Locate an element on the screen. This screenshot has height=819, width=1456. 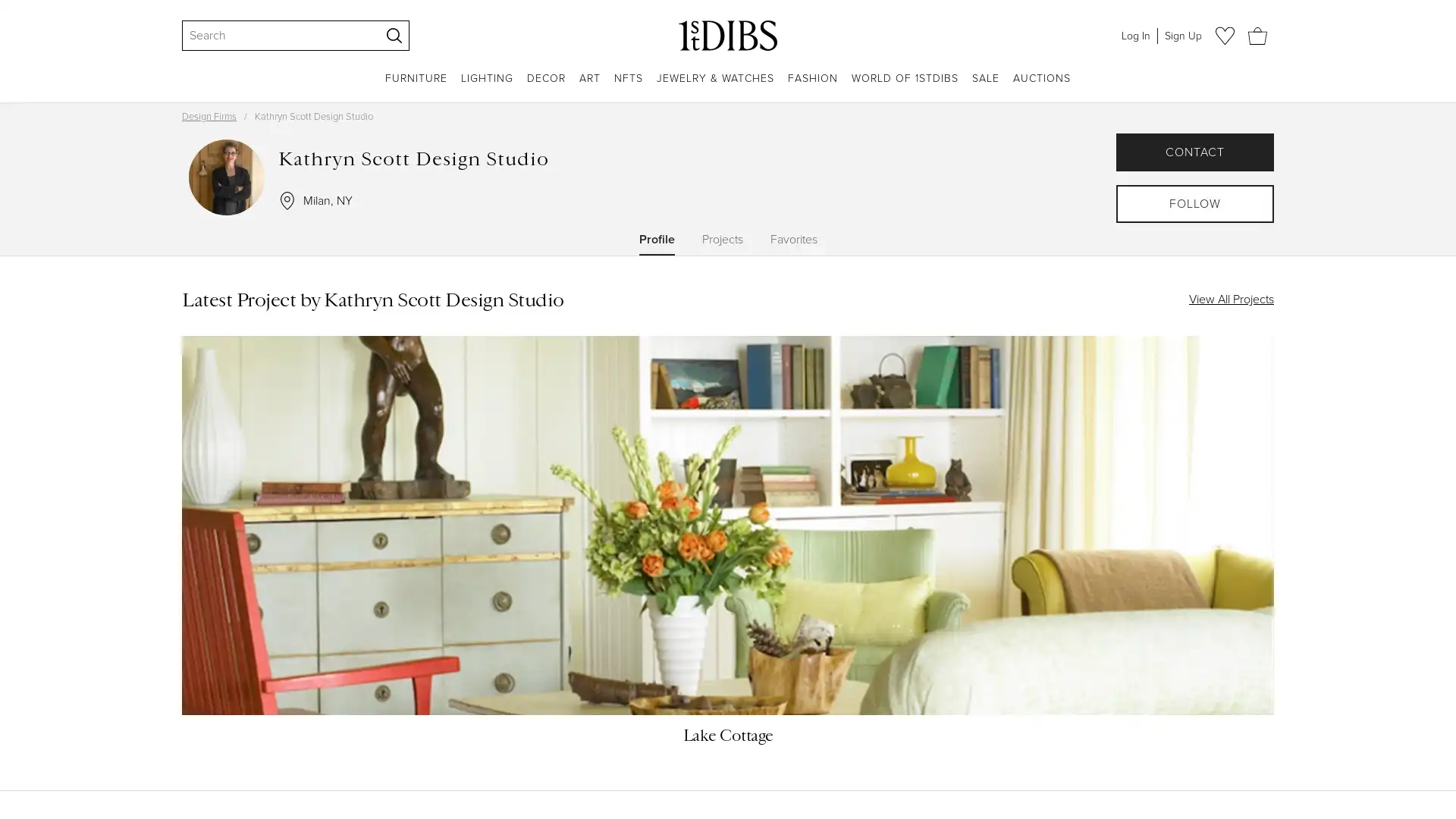
Sign Up is located at coordinates (1182, 34).